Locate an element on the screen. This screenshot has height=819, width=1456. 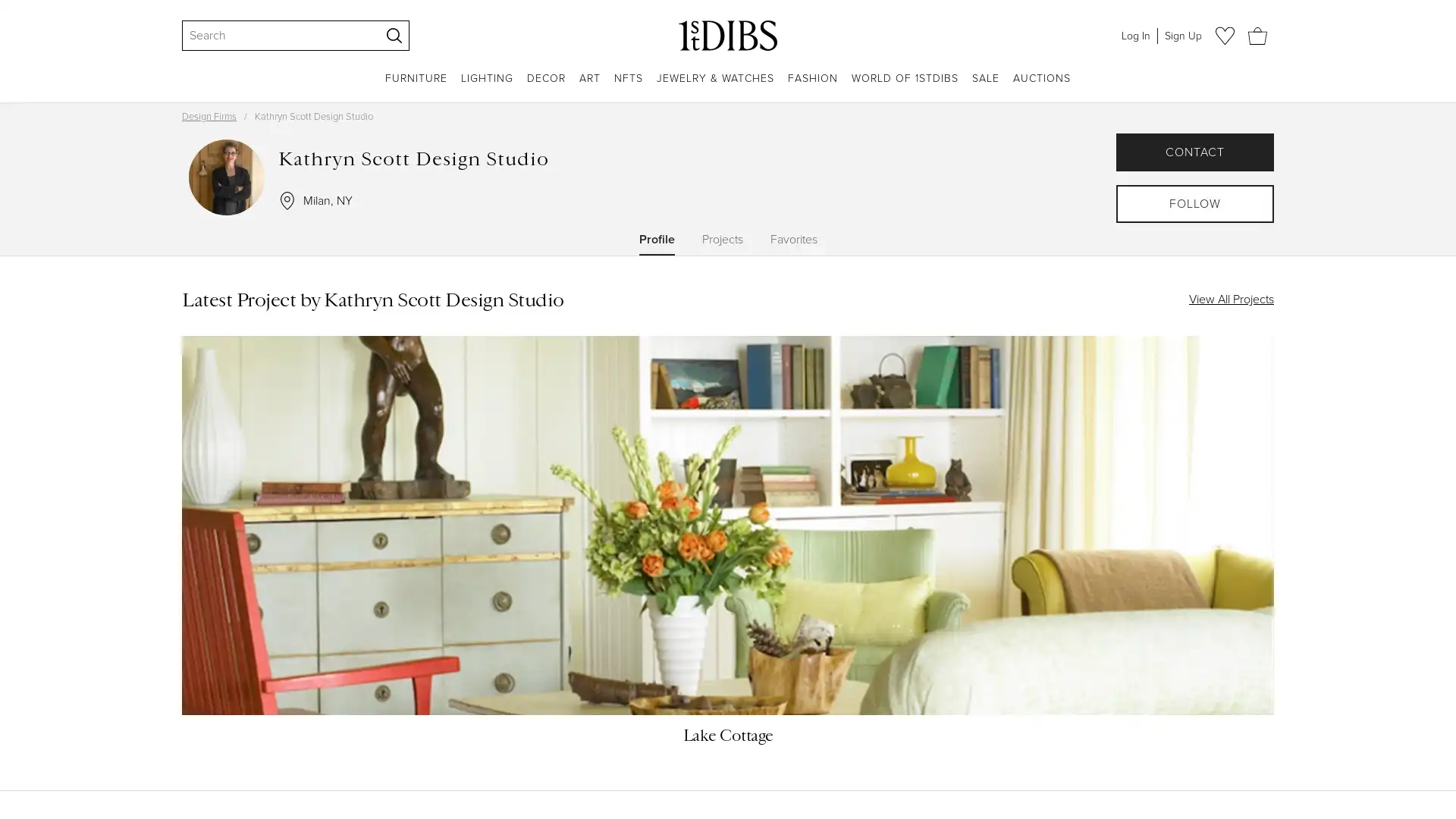
Sign Up is located at coordinates (1182, 34).